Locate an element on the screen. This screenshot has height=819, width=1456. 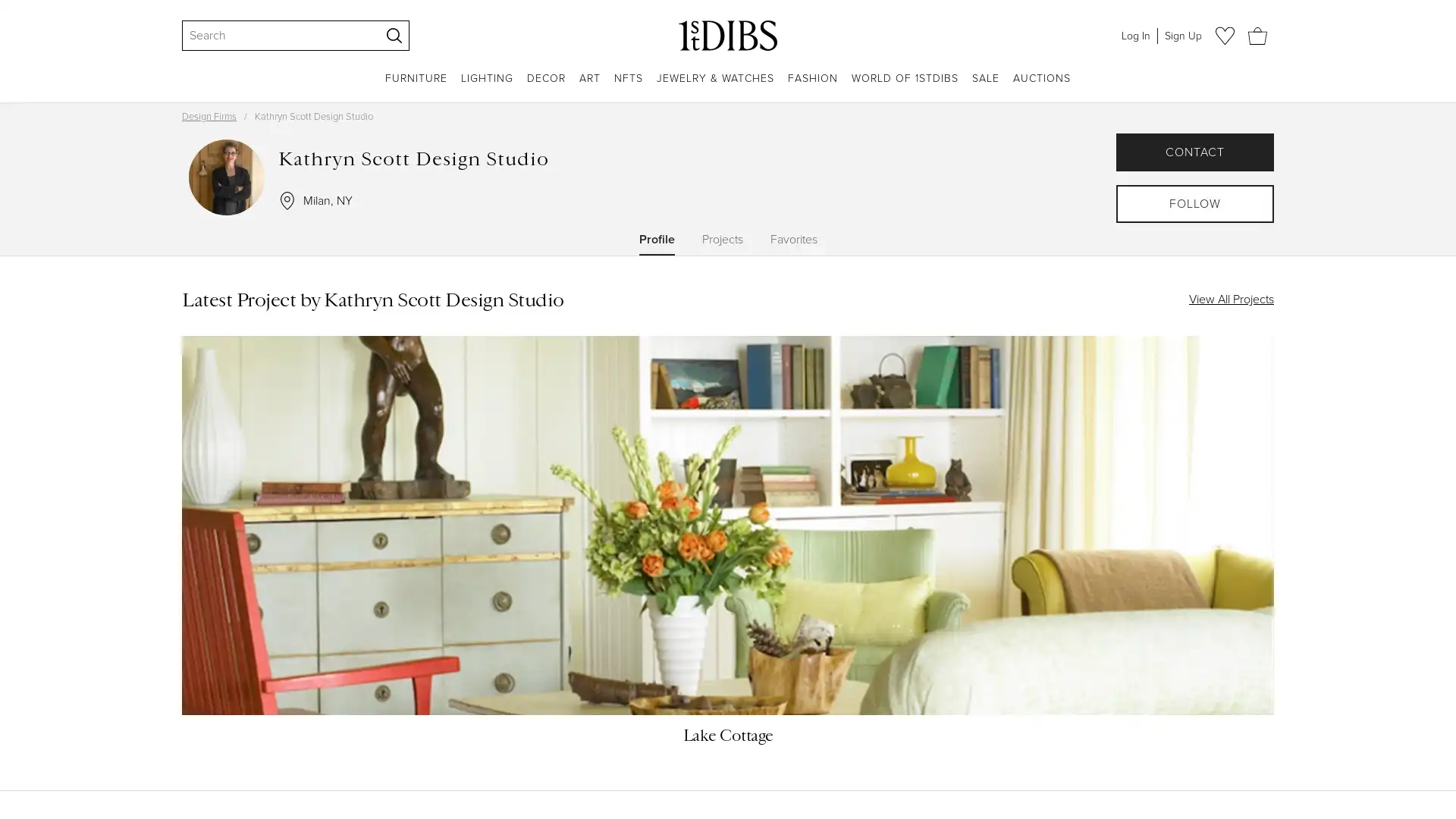
Sign Up is located at coordinates (1182, 34).